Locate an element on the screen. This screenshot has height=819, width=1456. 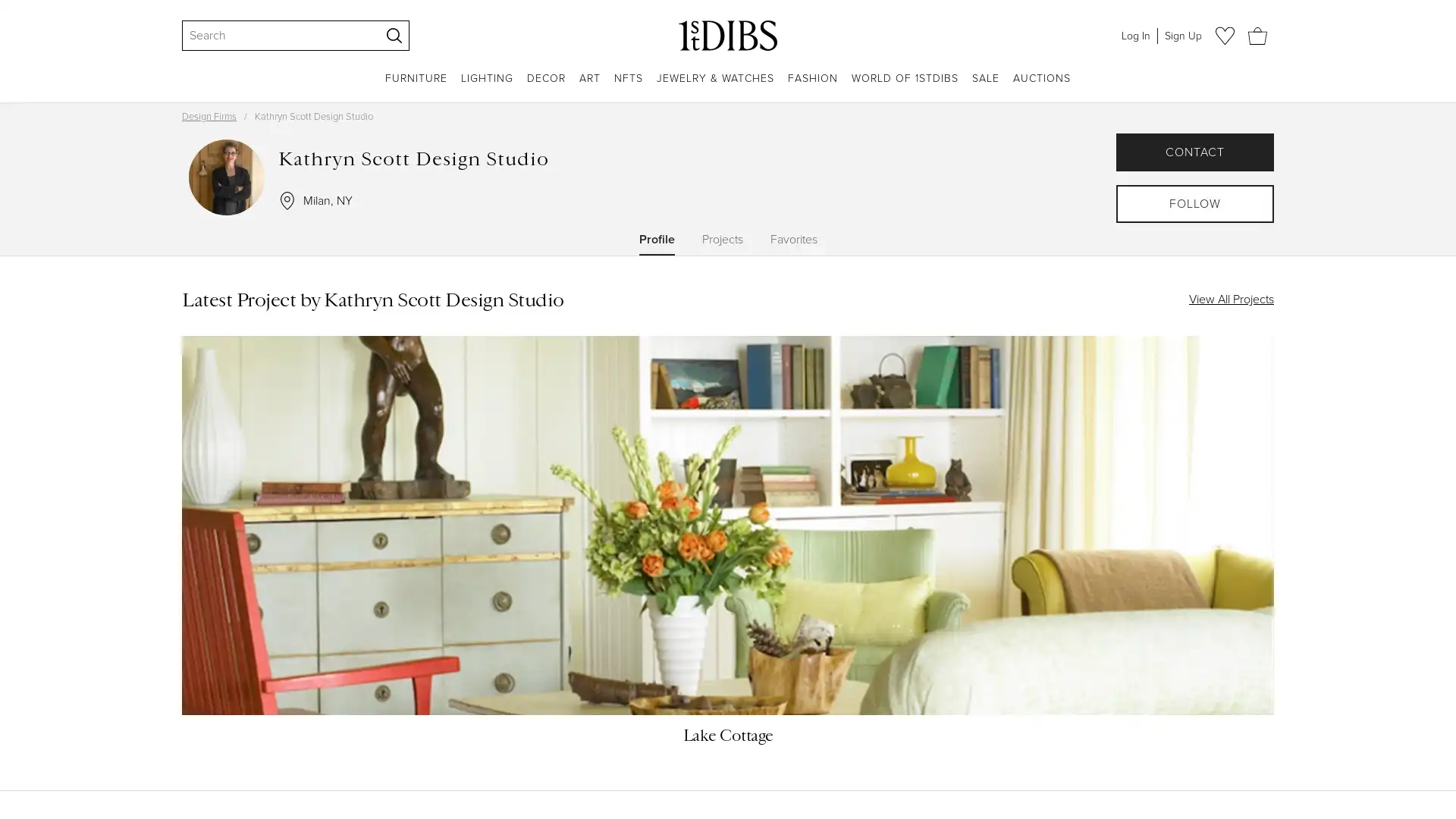
Sign Up is located at coordinates (1182, 34).